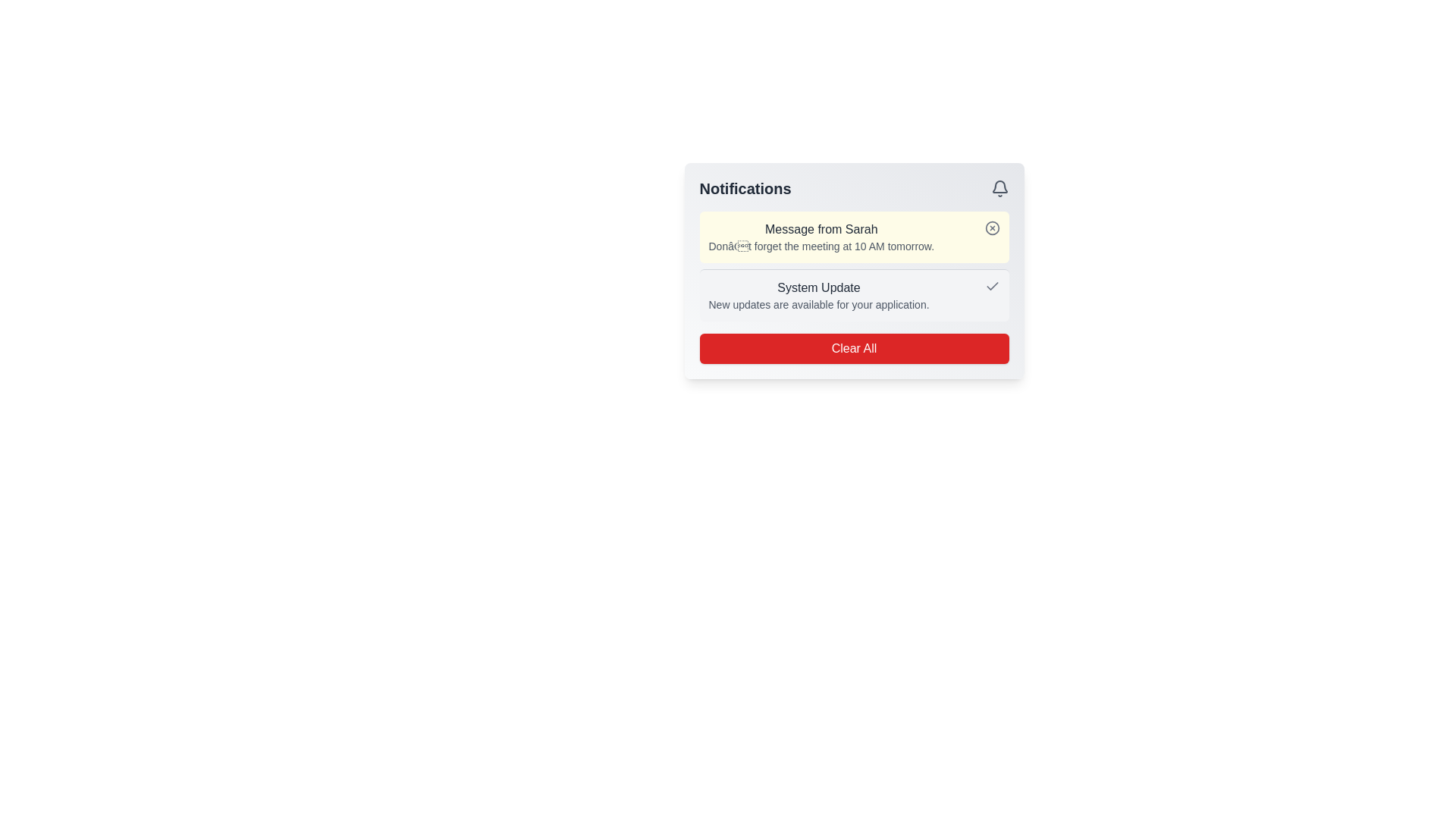 The image size is (1456, 819). What do you see at coordinates (821, 245) in the screenshot?
I see `information displayed in the Text Label which conveys a message notification about an upcoming event or reminder, positioned beneath the 'Message from Sarah' heading` at bounding box center [821, 245].